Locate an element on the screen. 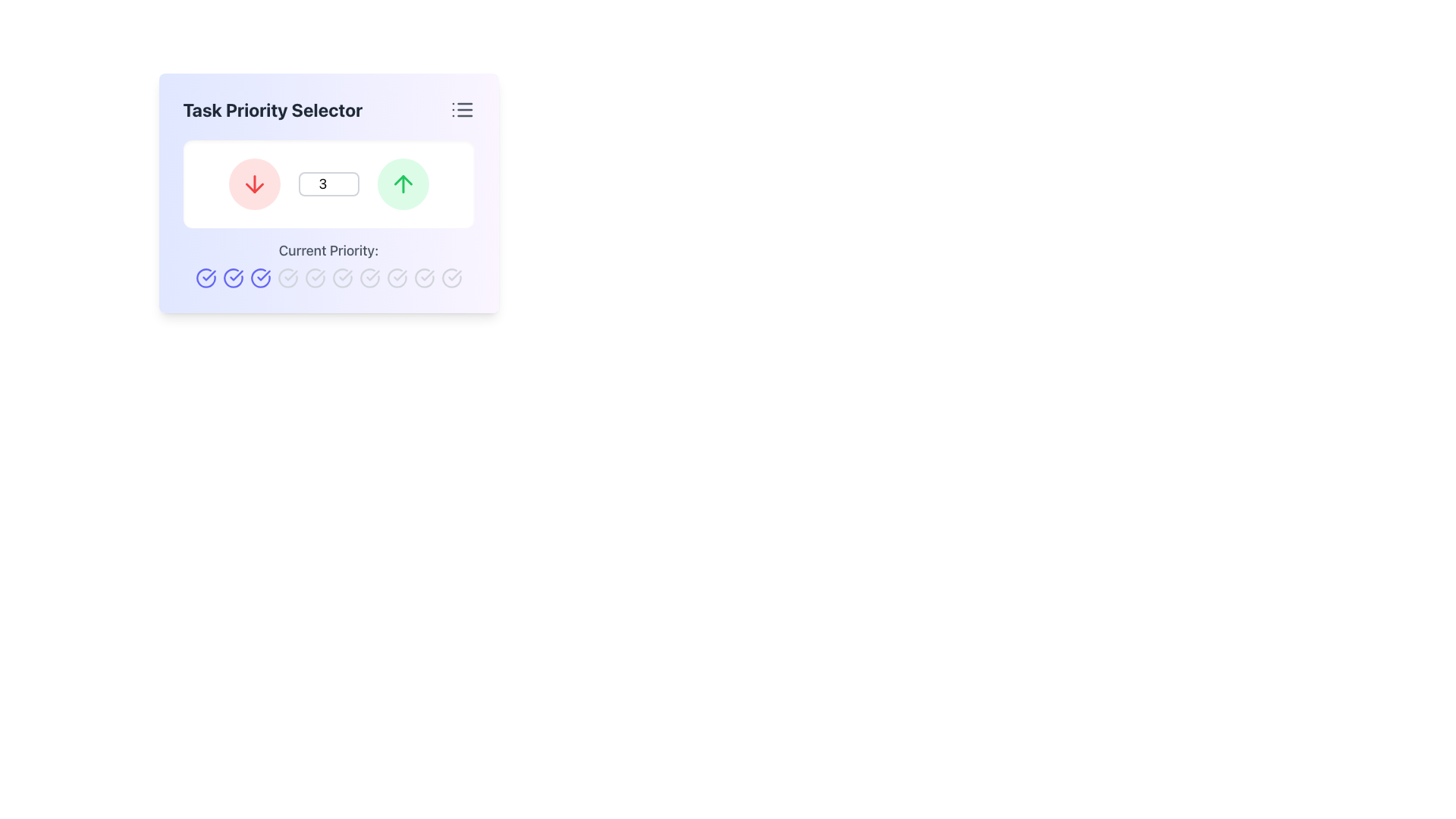 This screenshot has height=819, width=1456. the 8th circular icon representing a checkbox in the 'Current Priority' section to interact with keyboard navigation is located at coordinates (397, 278).